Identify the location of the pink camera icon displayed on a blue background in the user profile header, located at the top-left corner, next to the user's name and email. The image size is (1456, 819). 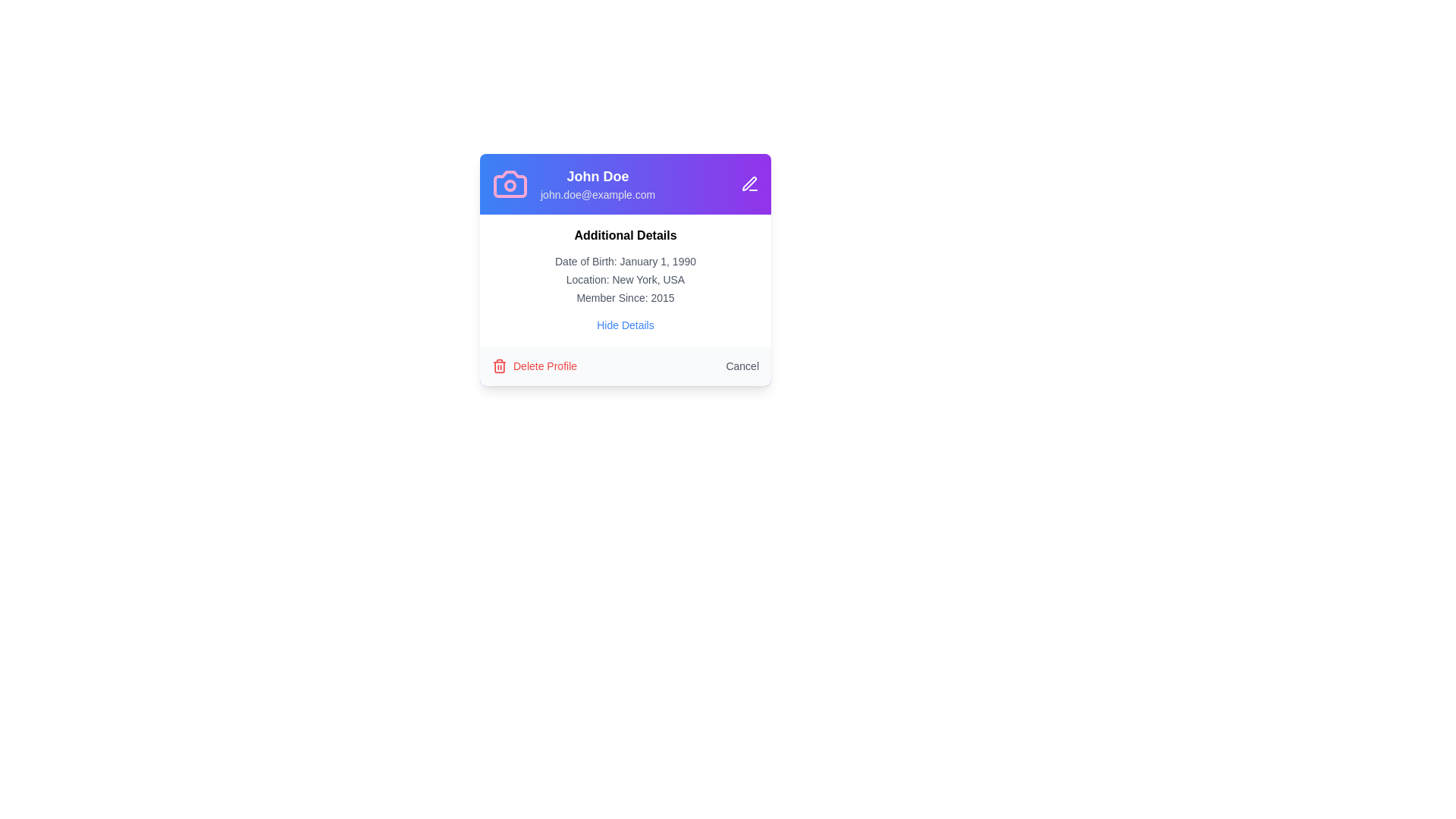
(510, 184).